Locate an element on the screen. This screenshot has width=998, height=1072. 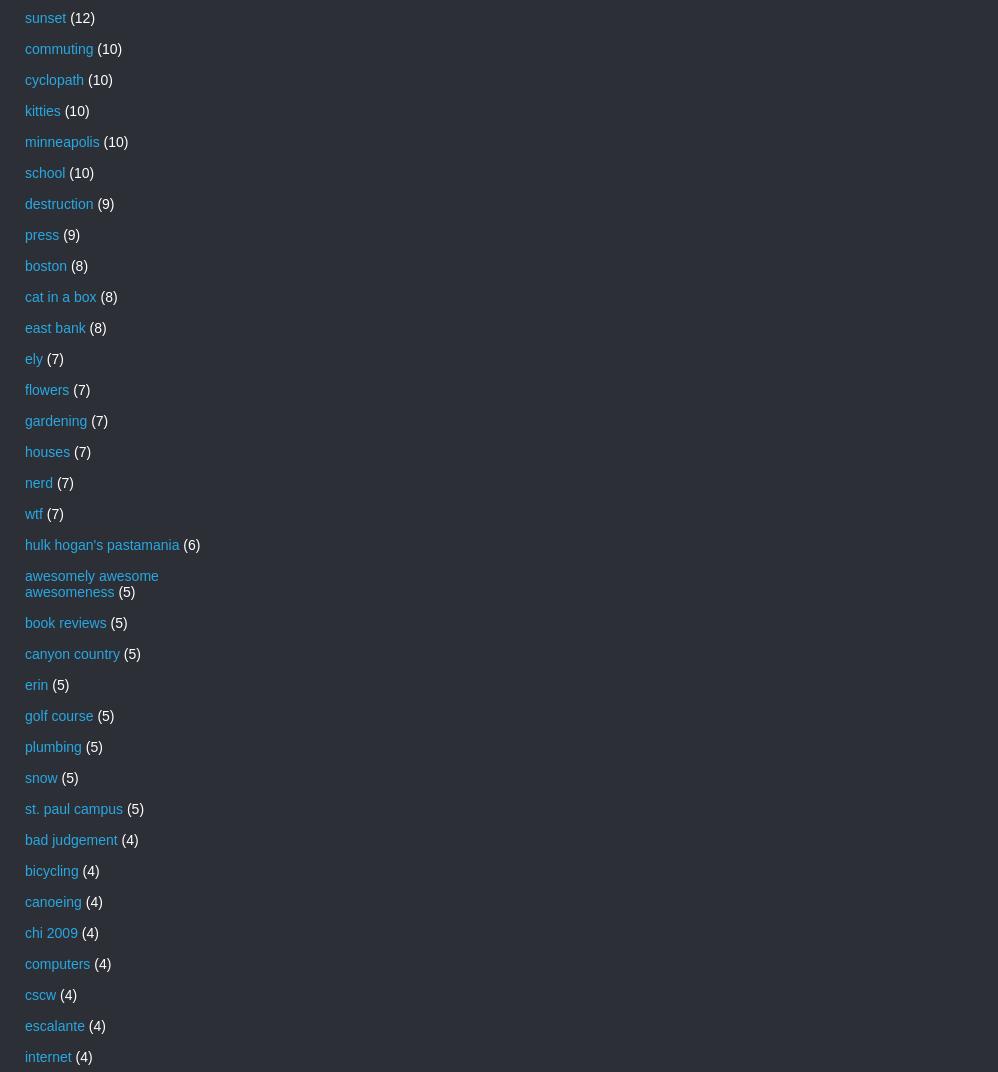
'awesomely awesome awesomeness' is located at coordinates (90, 581).